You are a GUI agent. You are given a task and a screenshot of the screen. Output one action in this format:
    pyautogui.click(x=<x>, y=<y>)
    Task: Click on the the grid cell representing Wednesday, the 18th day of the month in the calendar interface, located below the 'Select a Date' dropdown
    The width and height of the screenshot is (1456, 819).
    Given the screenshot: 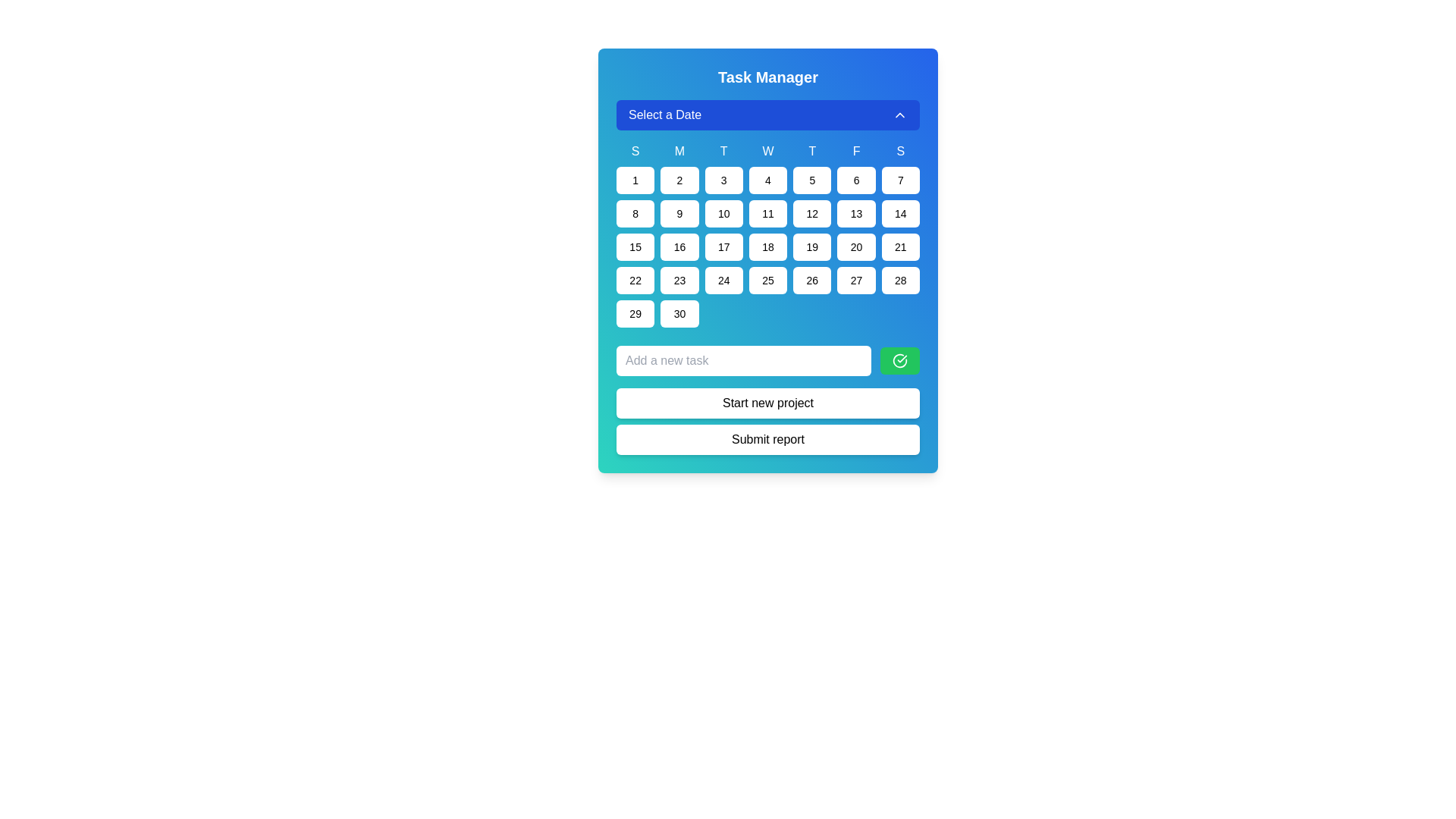 What is the action you would take?
    pyautogui.click(x=767, y=234)
    